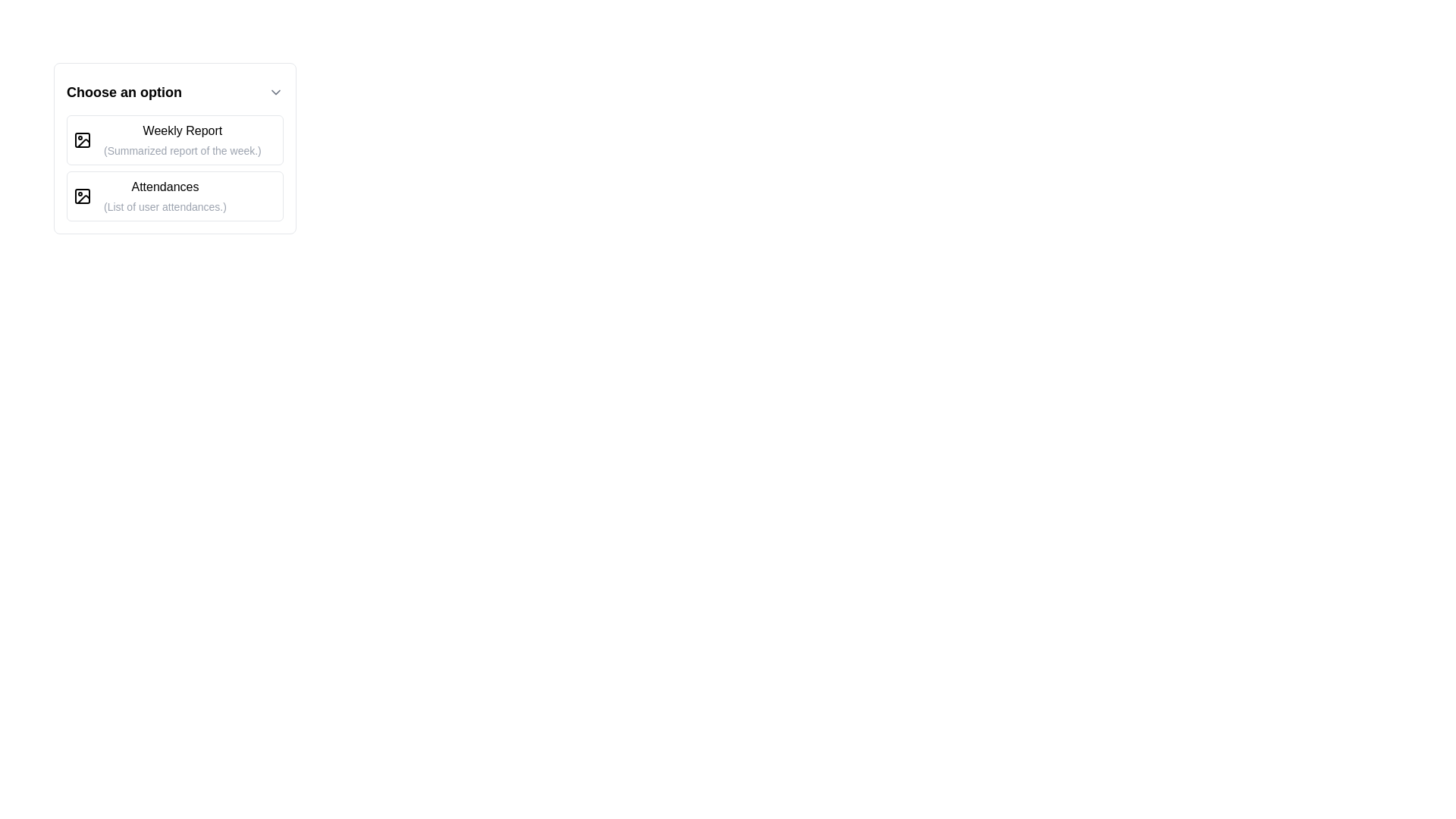 The width and height of the screenshot is (1456, 819). Describe the element at coordinates (165, 195) in the screenshot. I see `the 'Attendances' menu item, which is the second option in the list` at that location.